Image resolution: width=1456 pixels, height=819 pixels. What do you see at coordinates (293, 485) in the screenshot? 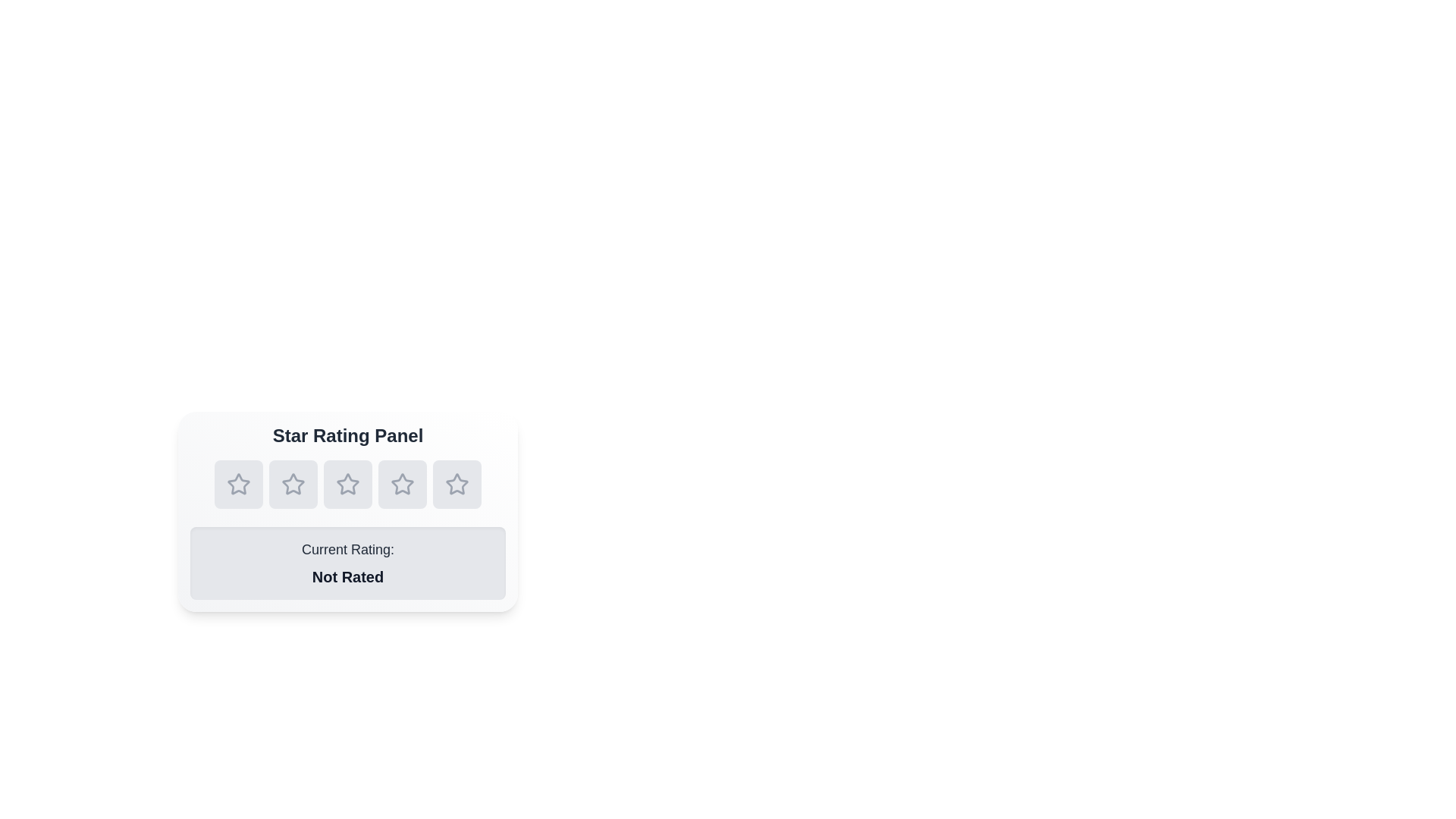
I see `the second outlined star icon in the star rating panel` at bounding box center [293, 485].